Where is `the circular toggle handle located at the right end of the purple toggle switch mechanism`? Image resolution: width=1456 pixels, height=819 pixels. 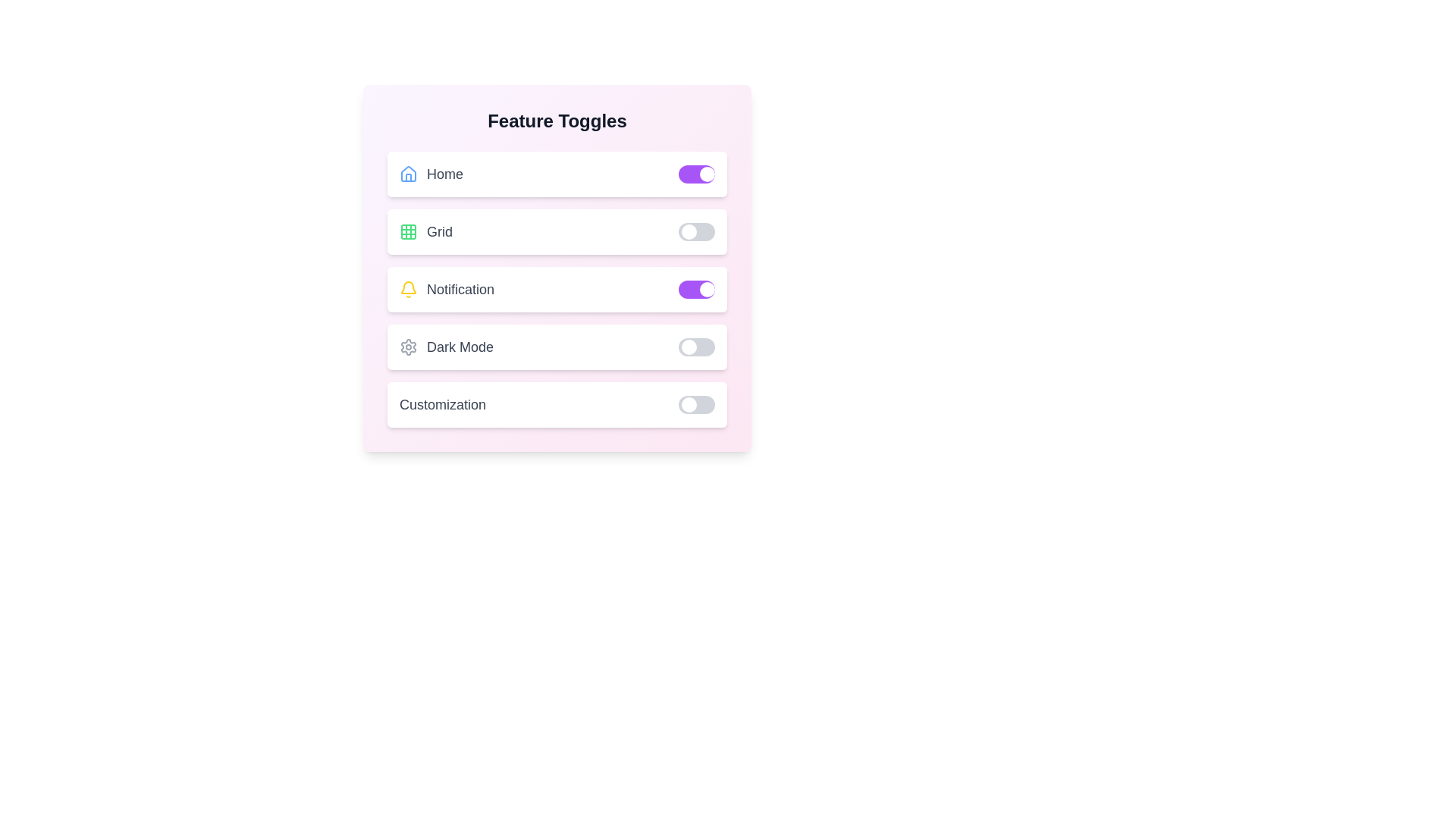 the circular toggle handle located at the right end of the purple toggle switch mechanism is located at coordinates (706, 174).